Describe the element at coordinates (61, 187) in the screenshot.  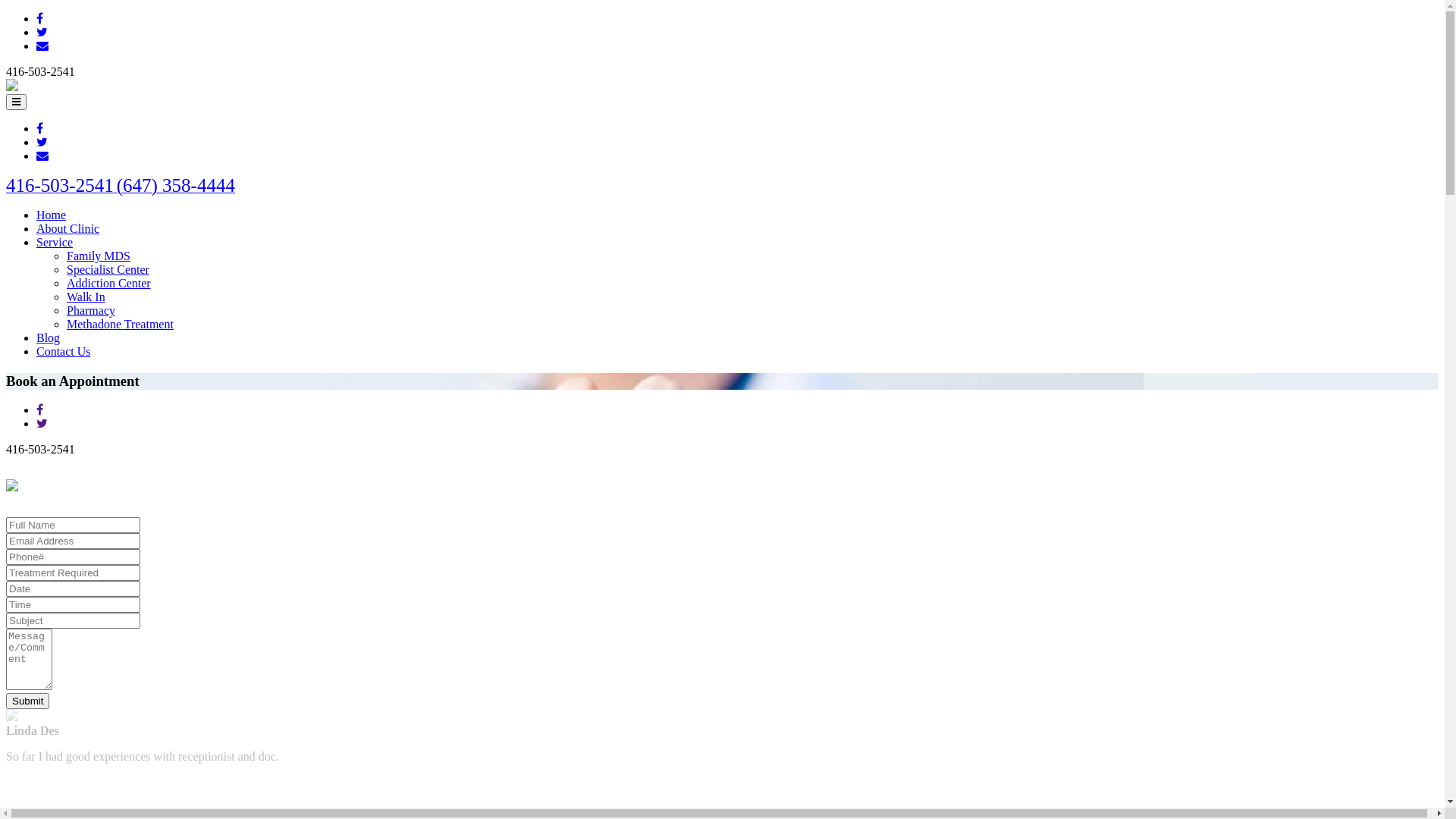
I see `'416-503-2541'` at that location.